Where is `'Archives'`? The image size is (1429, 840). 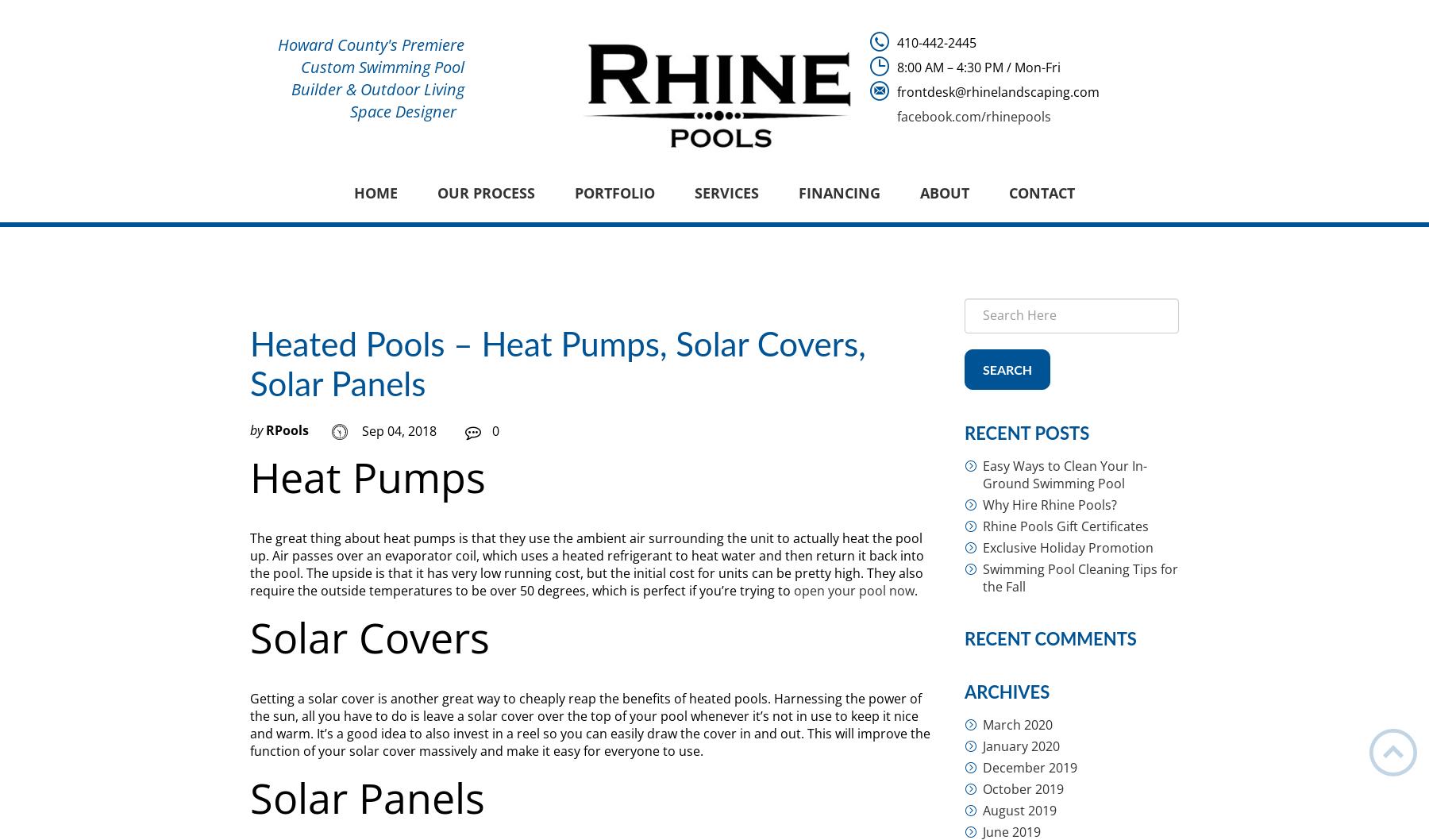
'Archives' is located at coordinates (1007, 692).